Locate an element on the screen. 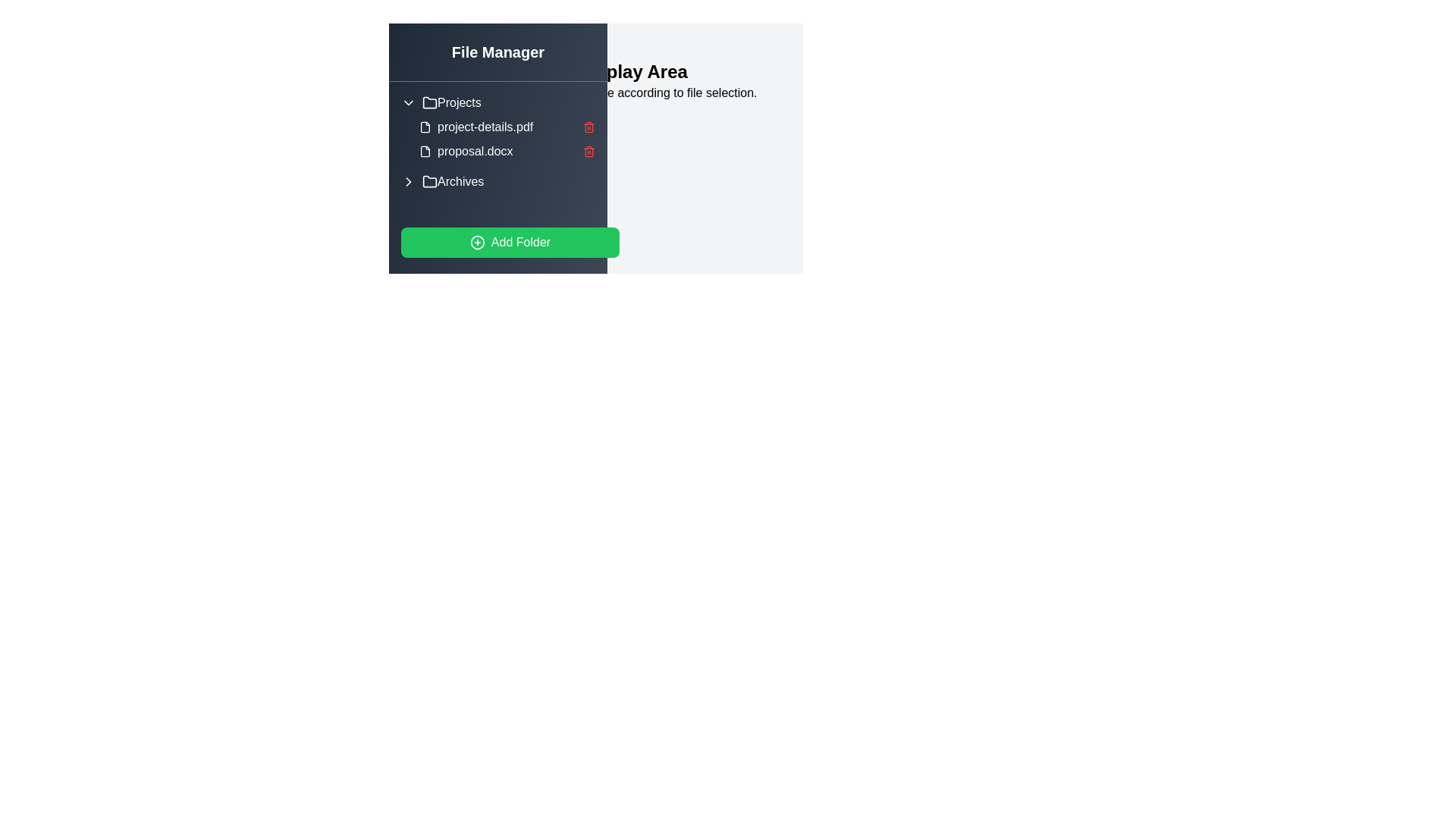 This screenshot has width=1456, height=819. the trash icon button on the rightmost side of the row is located at coordinates (588, 127).